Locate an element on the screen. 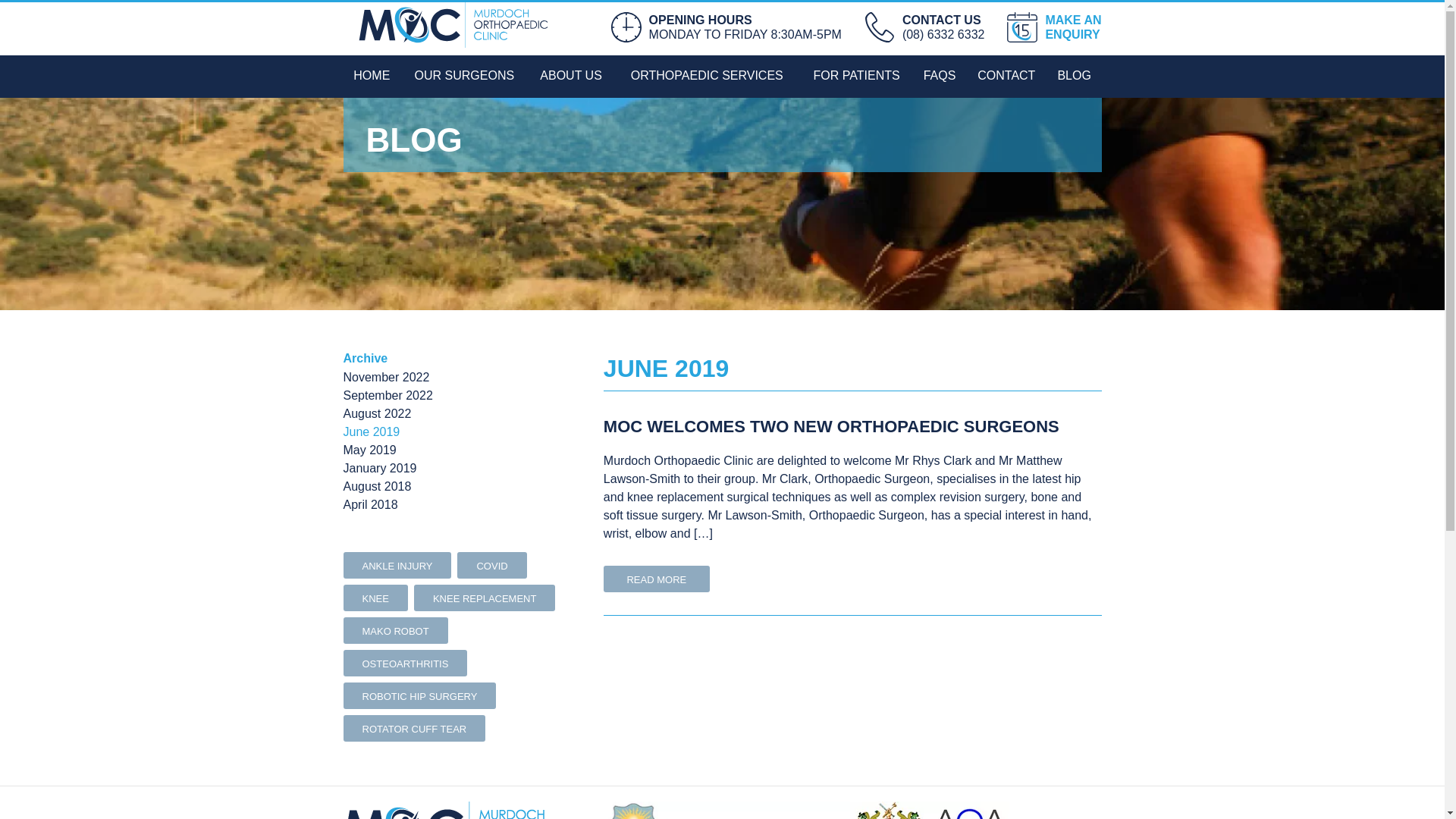  'MAKO ROBOT' is located at coordinates (395, 630).